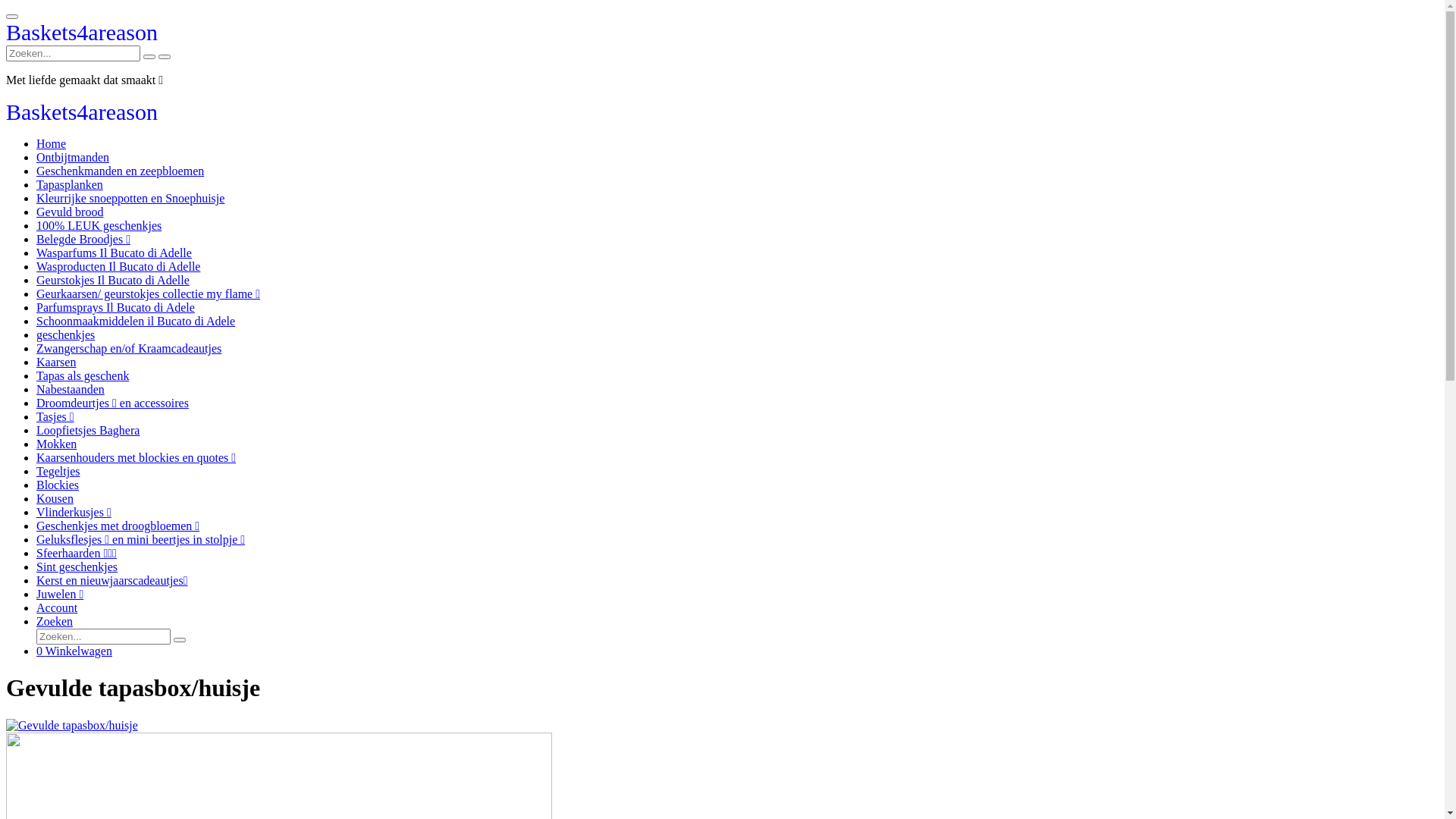  I want to click on '100% LEUK geschenkjes', so click(36, 225).